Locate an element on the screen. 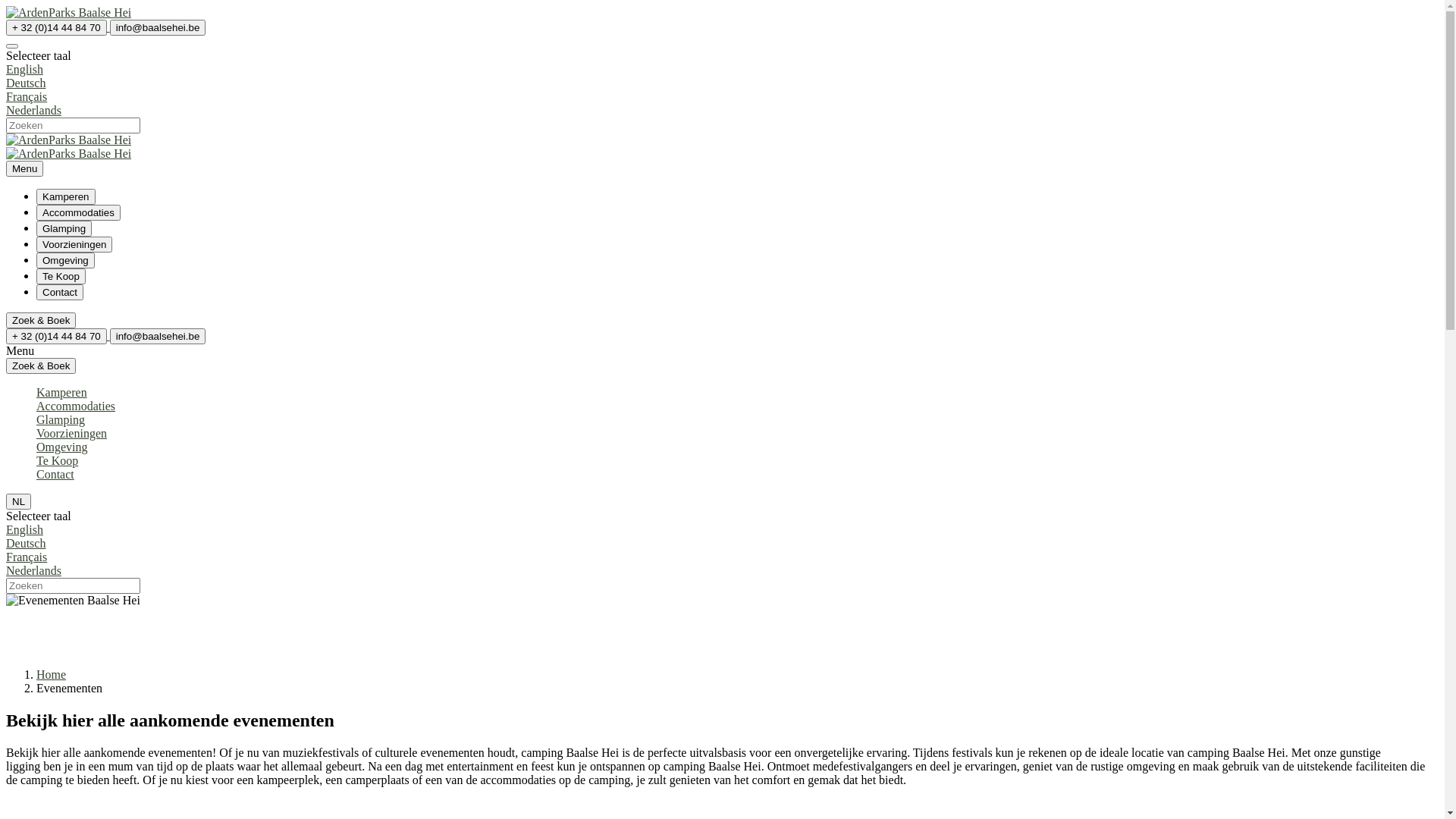 This screenshot has height=819, width=1456. 'Selecteer taal' is located at coordinates (11, 45).